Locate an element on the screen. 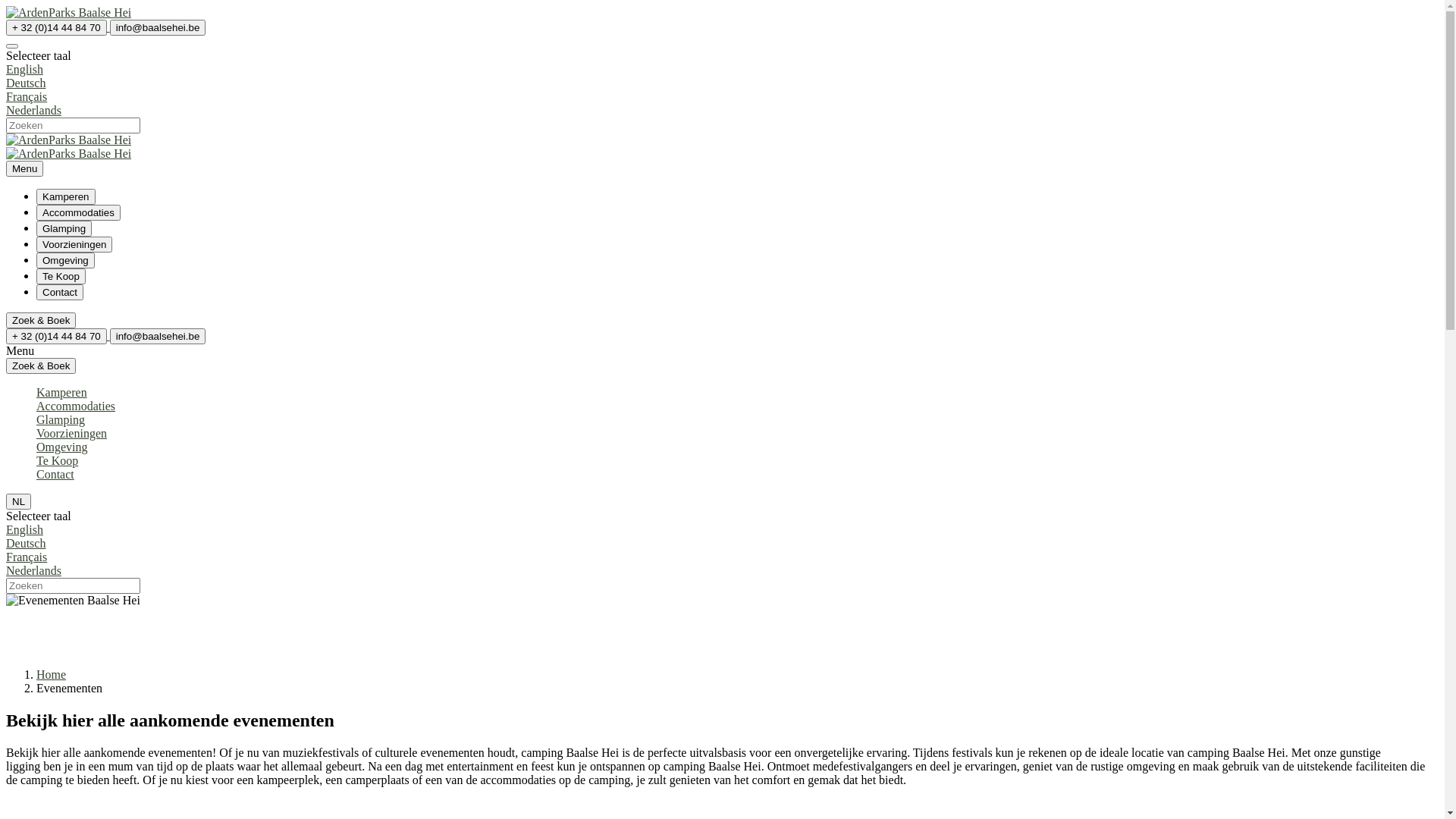 This screenshot has height=819, width=1456. 'Selecteer taal' is located at coordinates (11, 45).